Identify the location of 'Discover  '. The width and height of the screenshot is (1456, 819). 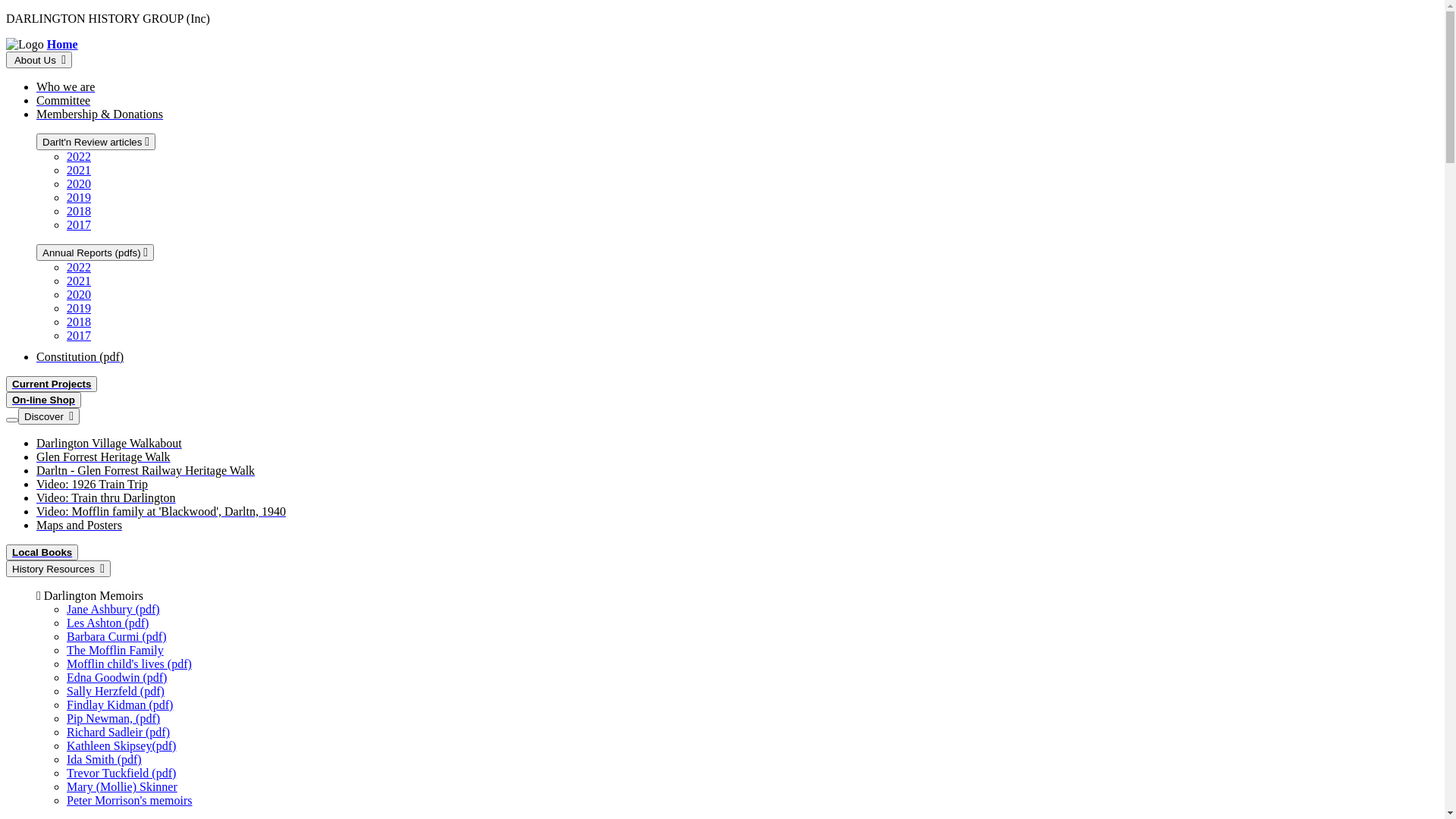
(49, 416).